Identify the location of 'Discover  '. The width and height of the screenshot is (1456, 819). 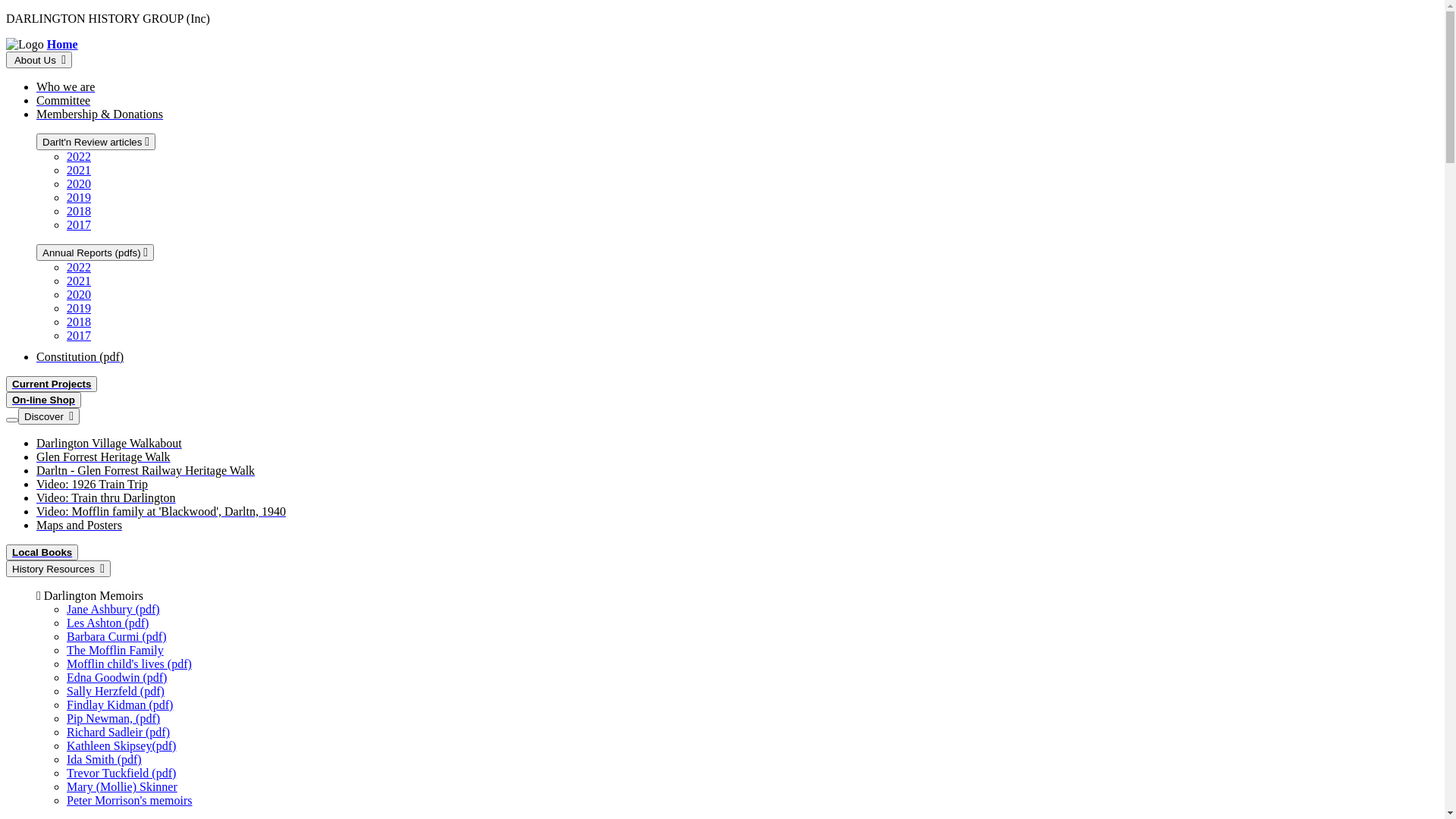
(49, 416).